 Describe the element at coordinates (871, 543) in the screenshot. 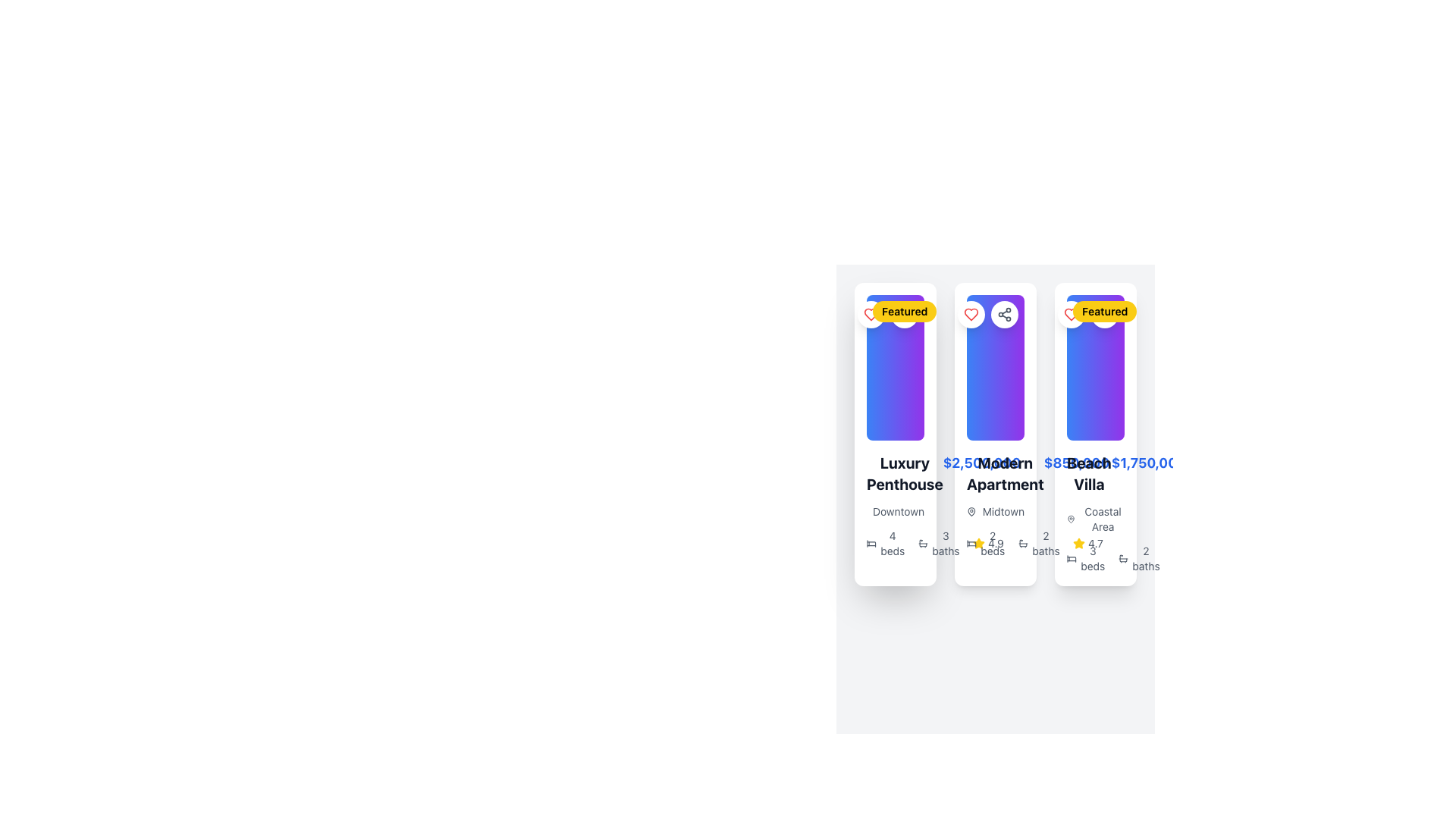

I see `the SVG icon representing a bed, which is located to the left of the '4 beds' label in the property card details section` at that location.